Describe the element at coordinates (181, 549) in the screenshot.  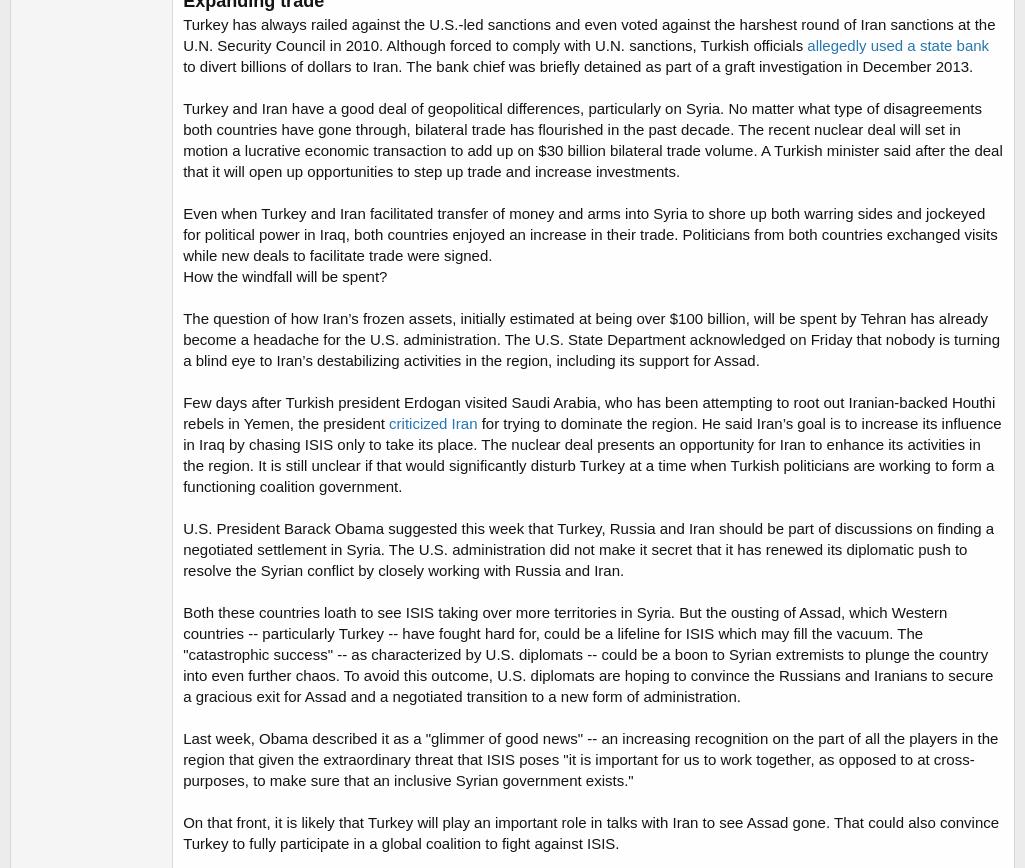
I see `'U.S. President Barack Obama suggested this week that Turkey, Russia and Iran should be part of discussions on finding a negotiated settlement in Syria. The U.S. administration did not make it secret that it has renewed its diplomatic push to resolve the Syrian conflict by closely working with Russia and Iran.'` at that location.